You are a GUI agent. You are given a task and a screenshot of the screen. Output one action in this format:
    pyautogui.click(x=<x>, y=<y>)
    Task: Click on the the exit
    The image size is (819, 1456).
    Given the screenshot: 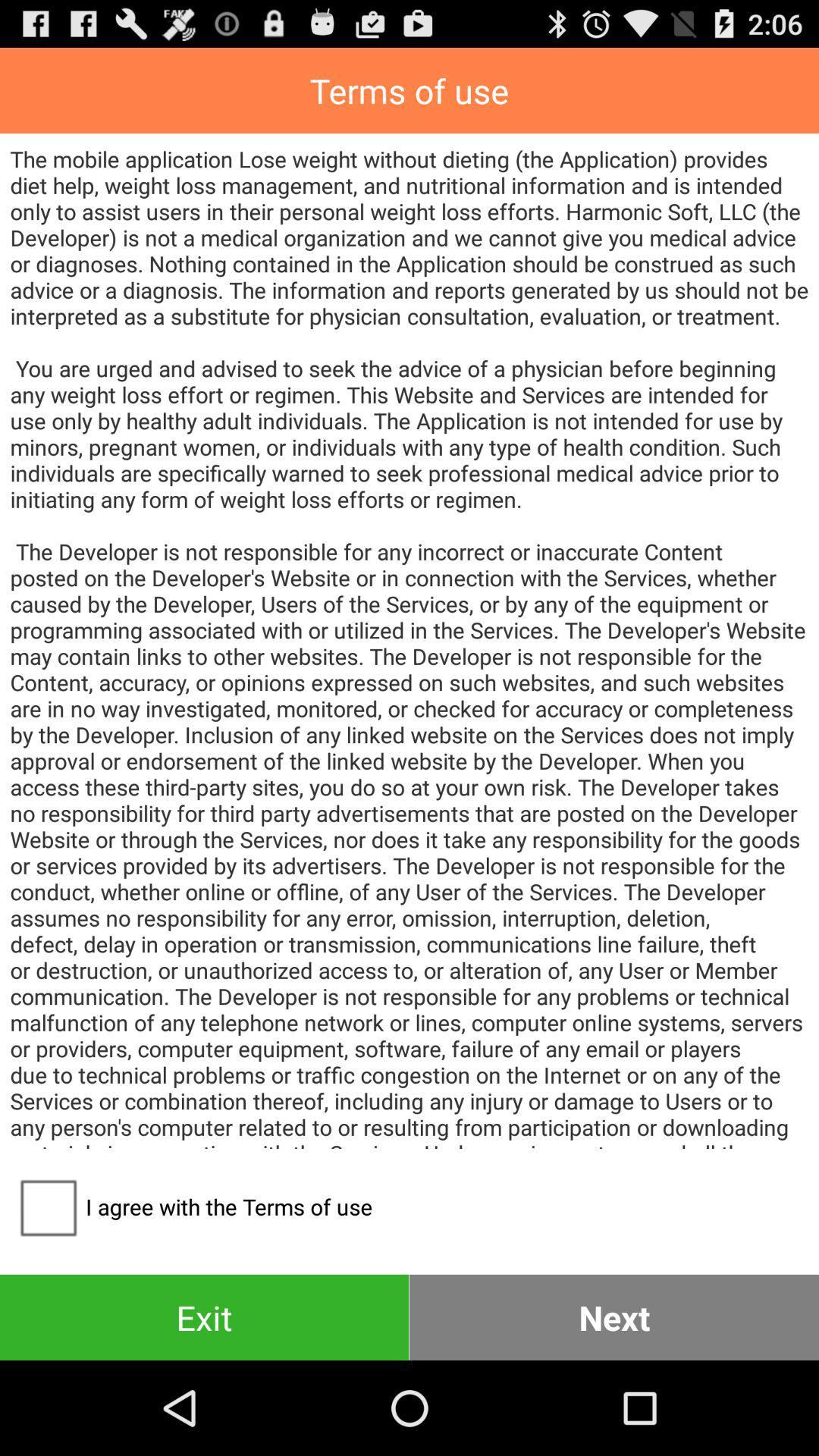 What is the action you would take?
    pyautogui.click(x=203, y=1316)
    